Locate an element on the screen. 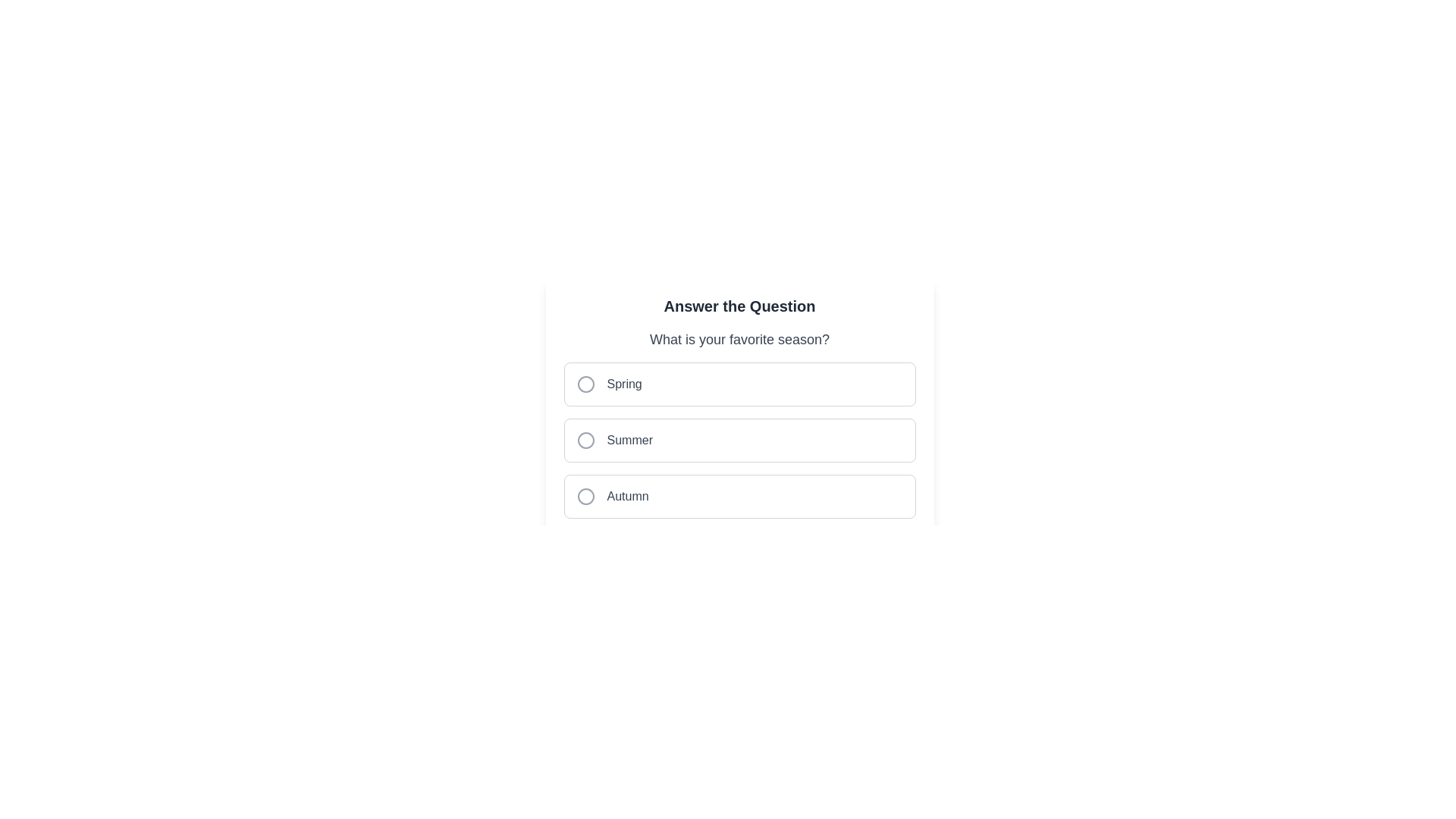  the 'Summer' radio button is located at coordinates (739, 441).